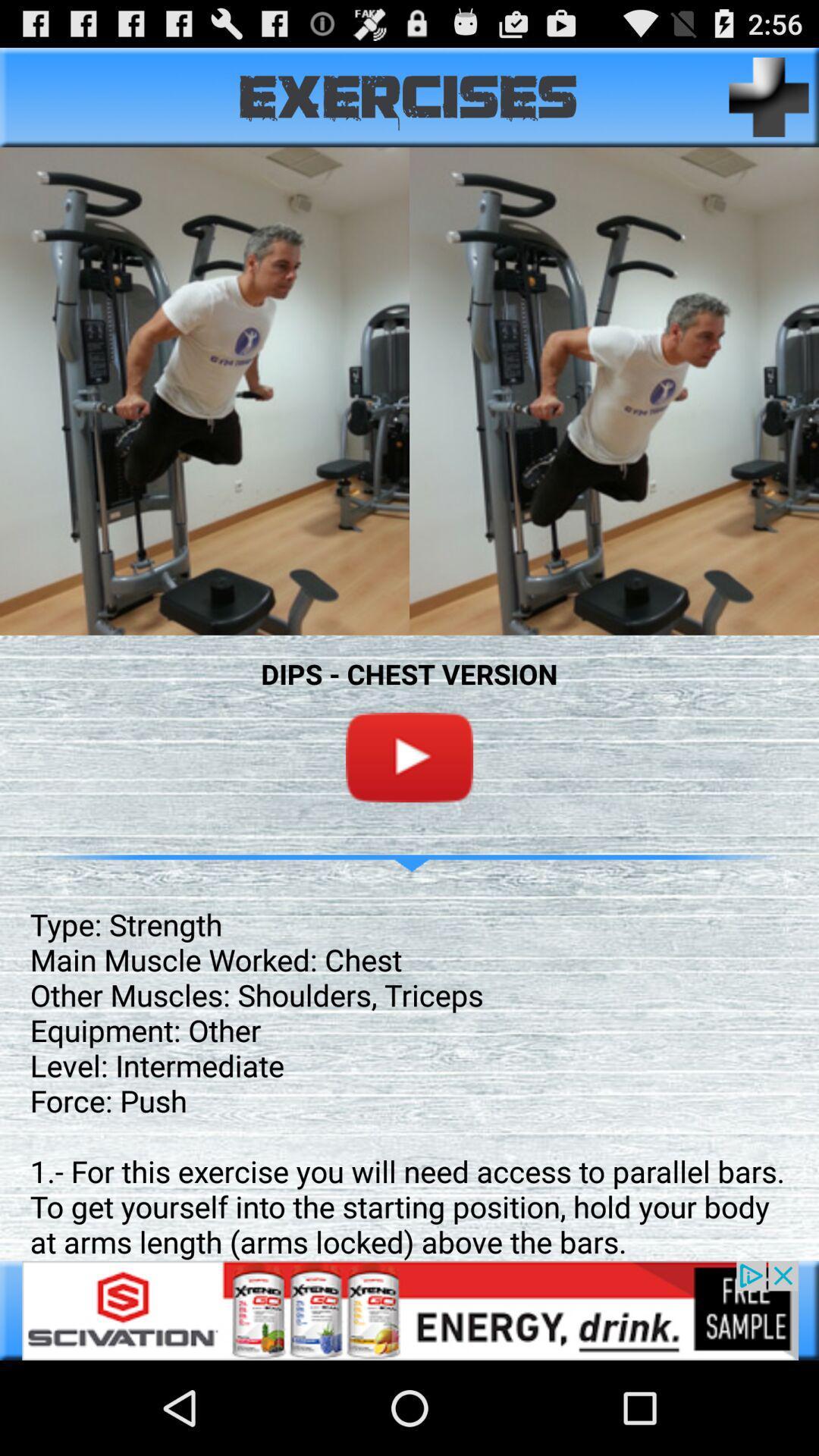 This screenshot has width=819, height=1456. What do you see at coordinates (409, 1310) in the screenshot?
I see `share the article` at bounding box center [409, 1310].